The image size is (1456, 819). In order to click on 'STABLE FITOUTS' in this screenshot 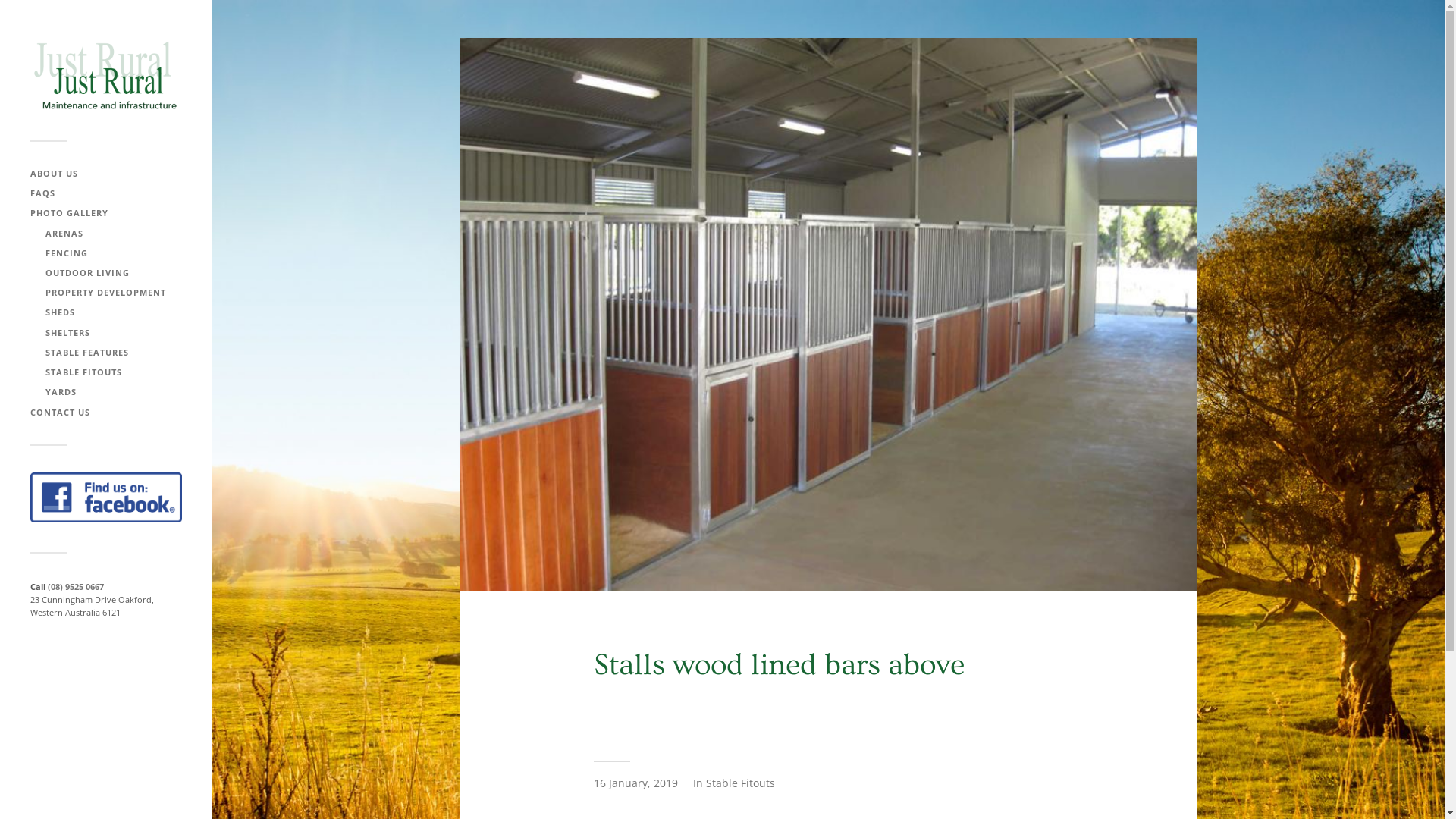, I will do `click(83, 372)`.